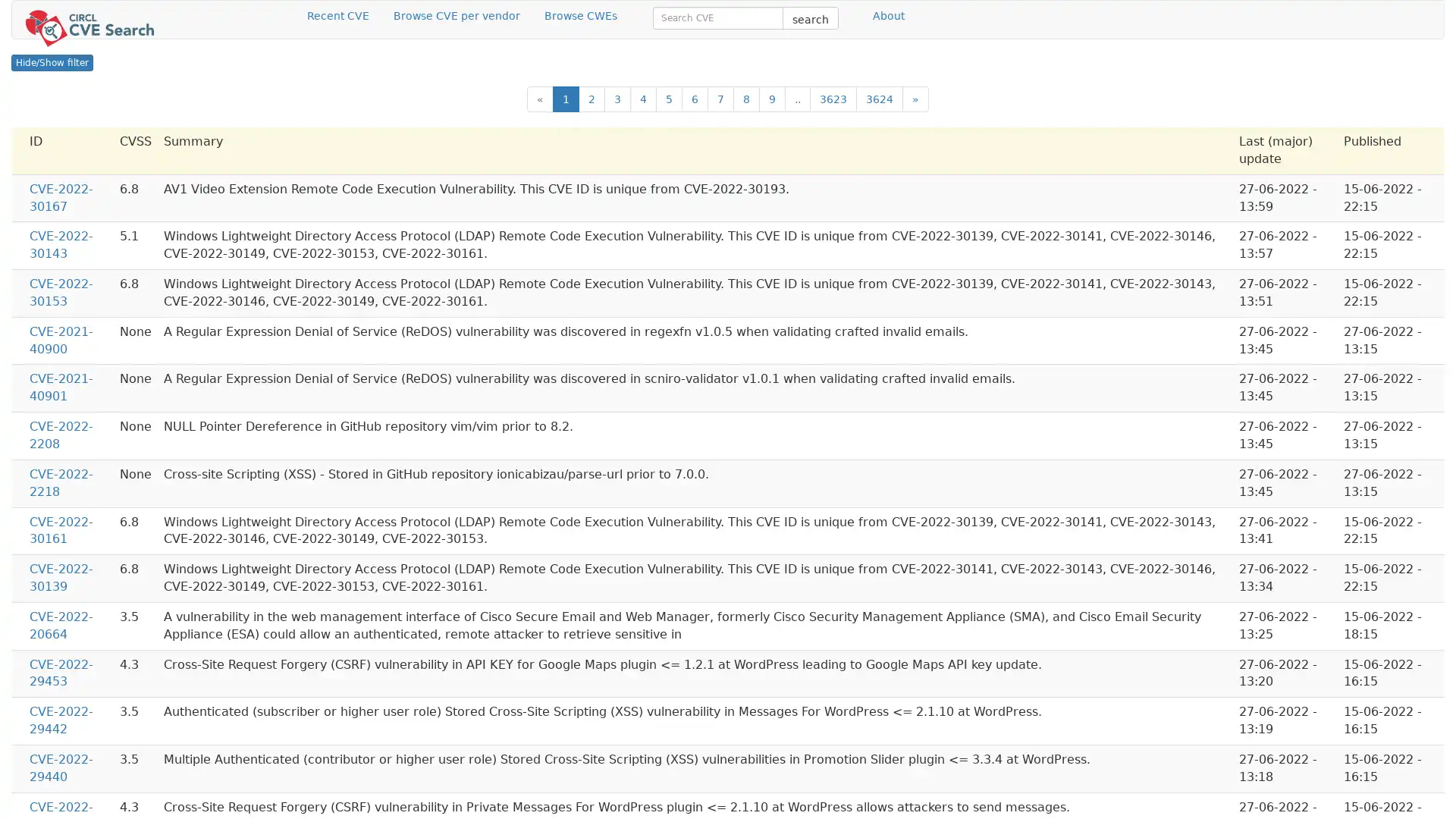 Image resolution: width=1456 pixels, height=819 pixels. What do you see at coordinates (810, 17) in the screenshot?
I see `search` at bounding box center [810, 17].